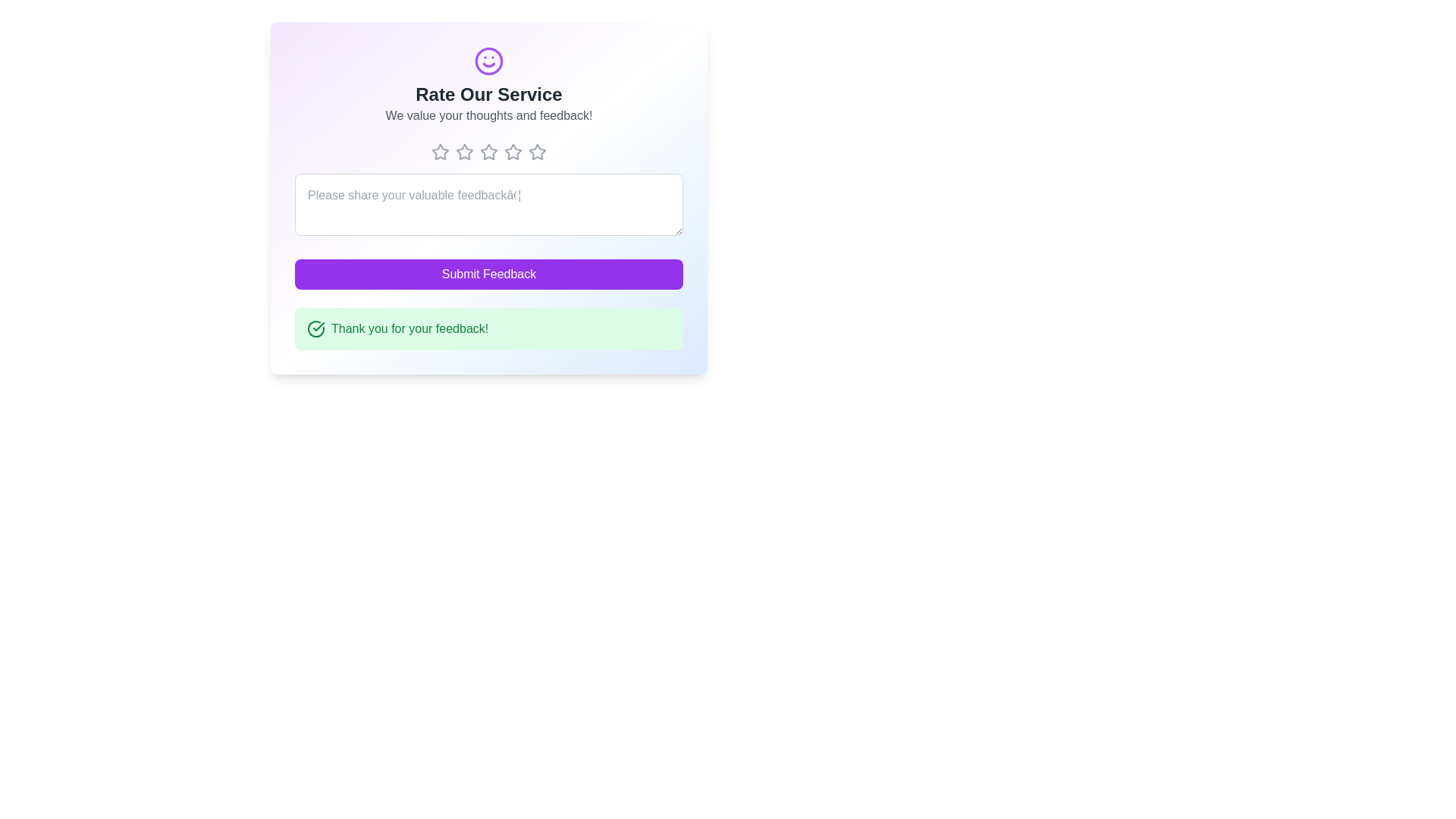 The image size is (1456, 819). What do you see at coordinates (488, 61) in the screenshot?
I see `the purple smiling face icon located at the top center of the feedback interface, above the heading 'Rate Our Service'` at bounding box center [488, 61].